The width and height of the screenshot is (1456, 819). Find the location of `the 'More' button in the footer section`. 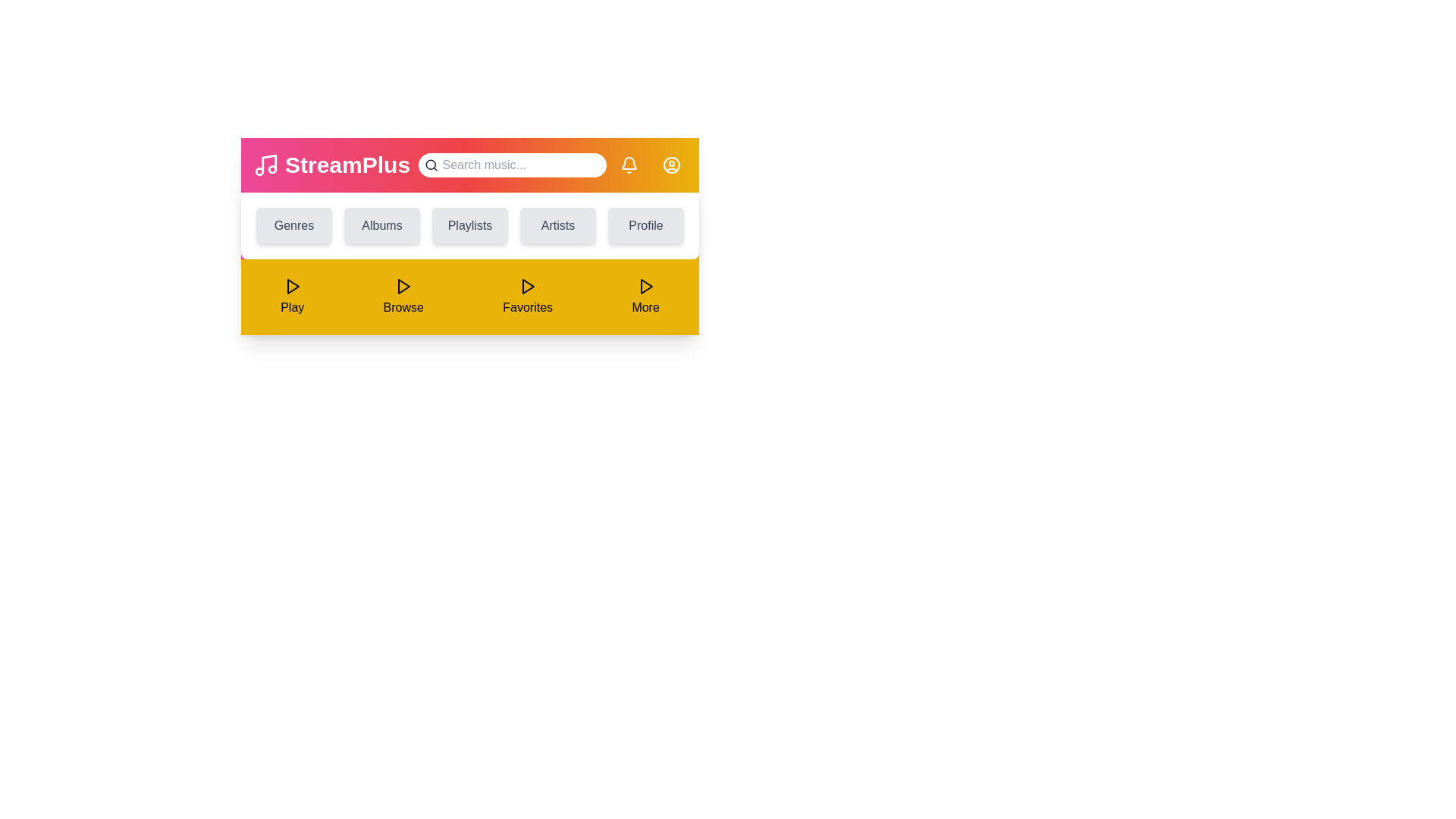

the 'More' button in the footer section is located at coordinates (645, 297).